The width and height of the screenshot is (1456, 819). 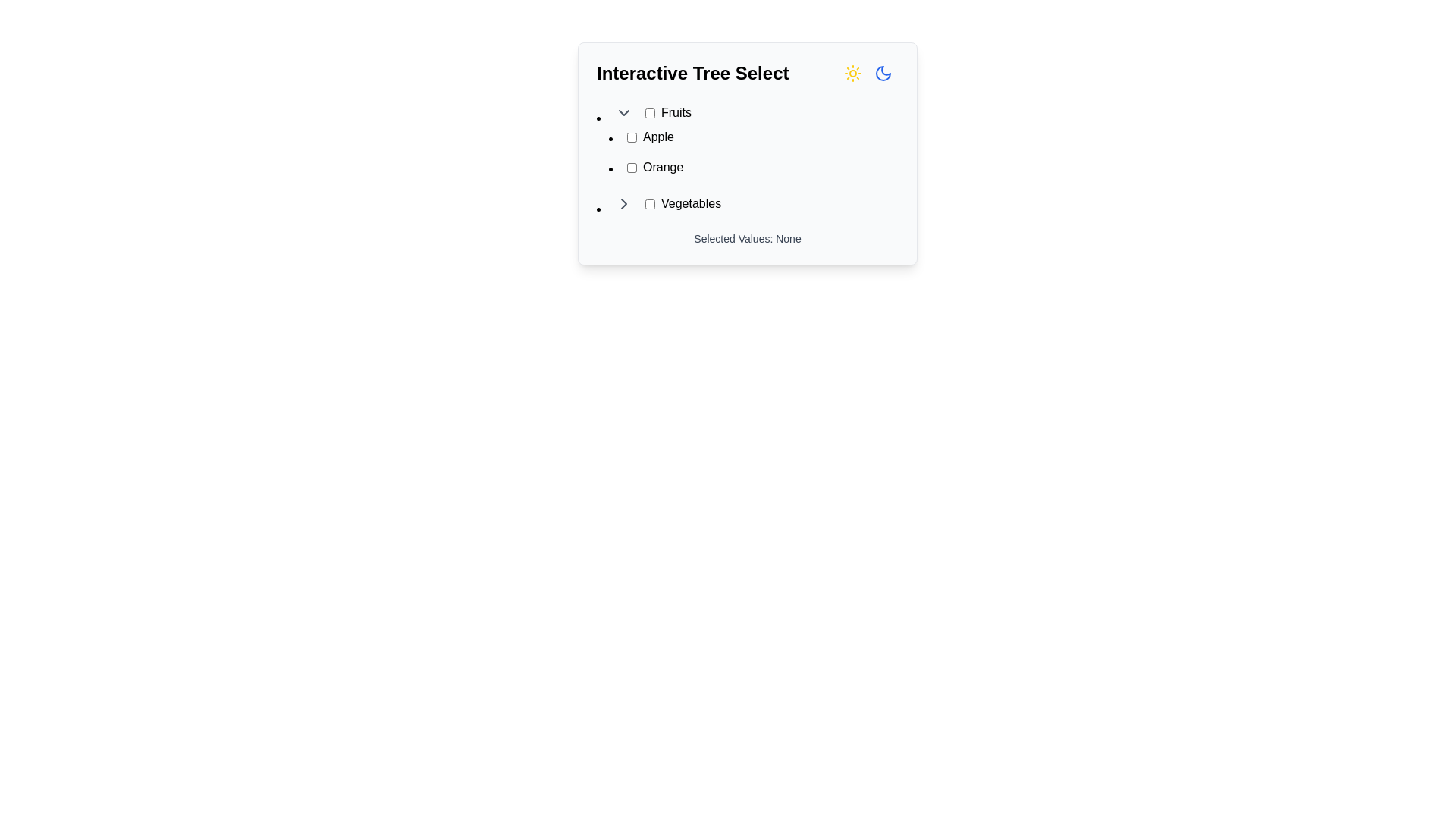 What do you see at coordinates (747, 167) in the screenshot?
I see `the checkbox labeled 'Orange' under the 'Fruits' category` at bounding box center [747, 167].